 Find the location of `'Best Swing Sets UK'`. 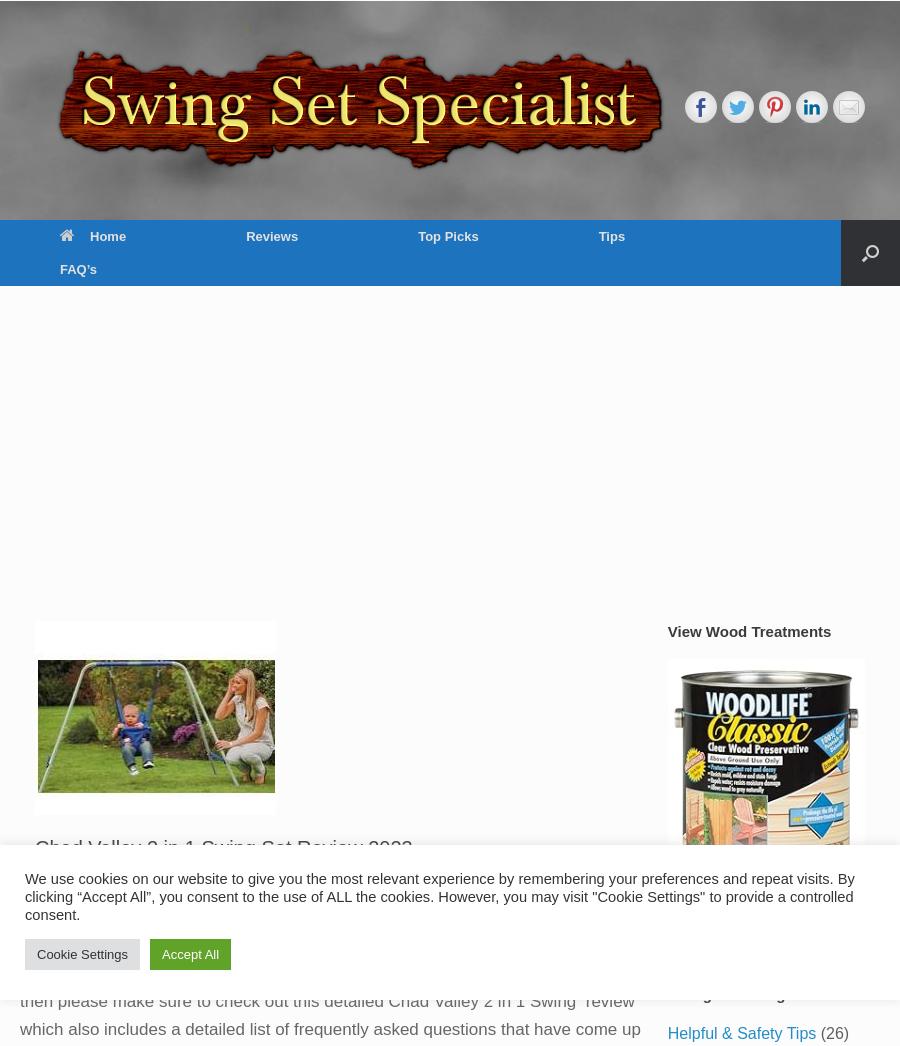

'Best Swing Sets UK' is located at coordinates (451, 320).